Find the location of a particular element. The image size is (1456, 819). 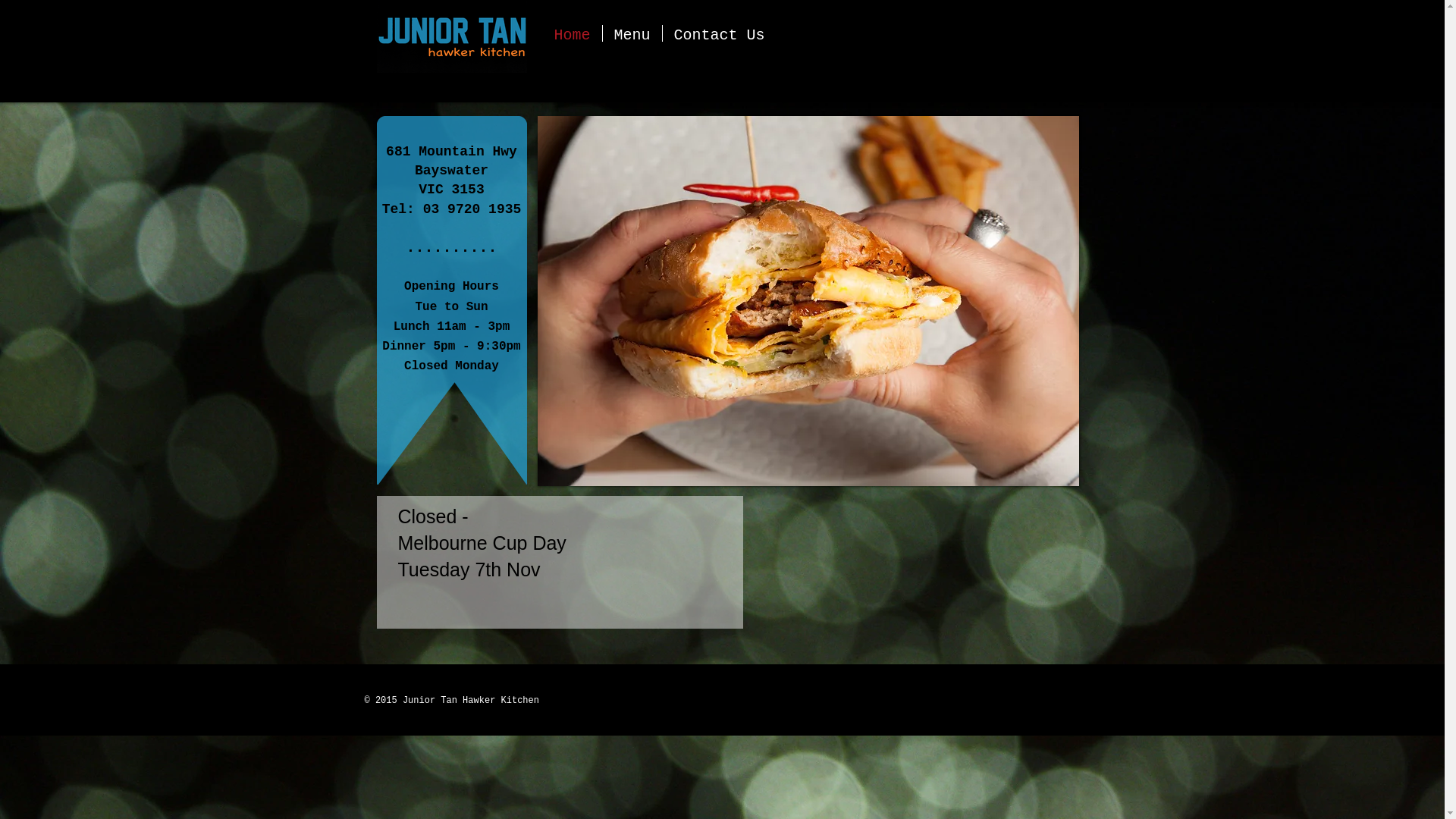

'Contact Us' is located at coordinates (662, 33).